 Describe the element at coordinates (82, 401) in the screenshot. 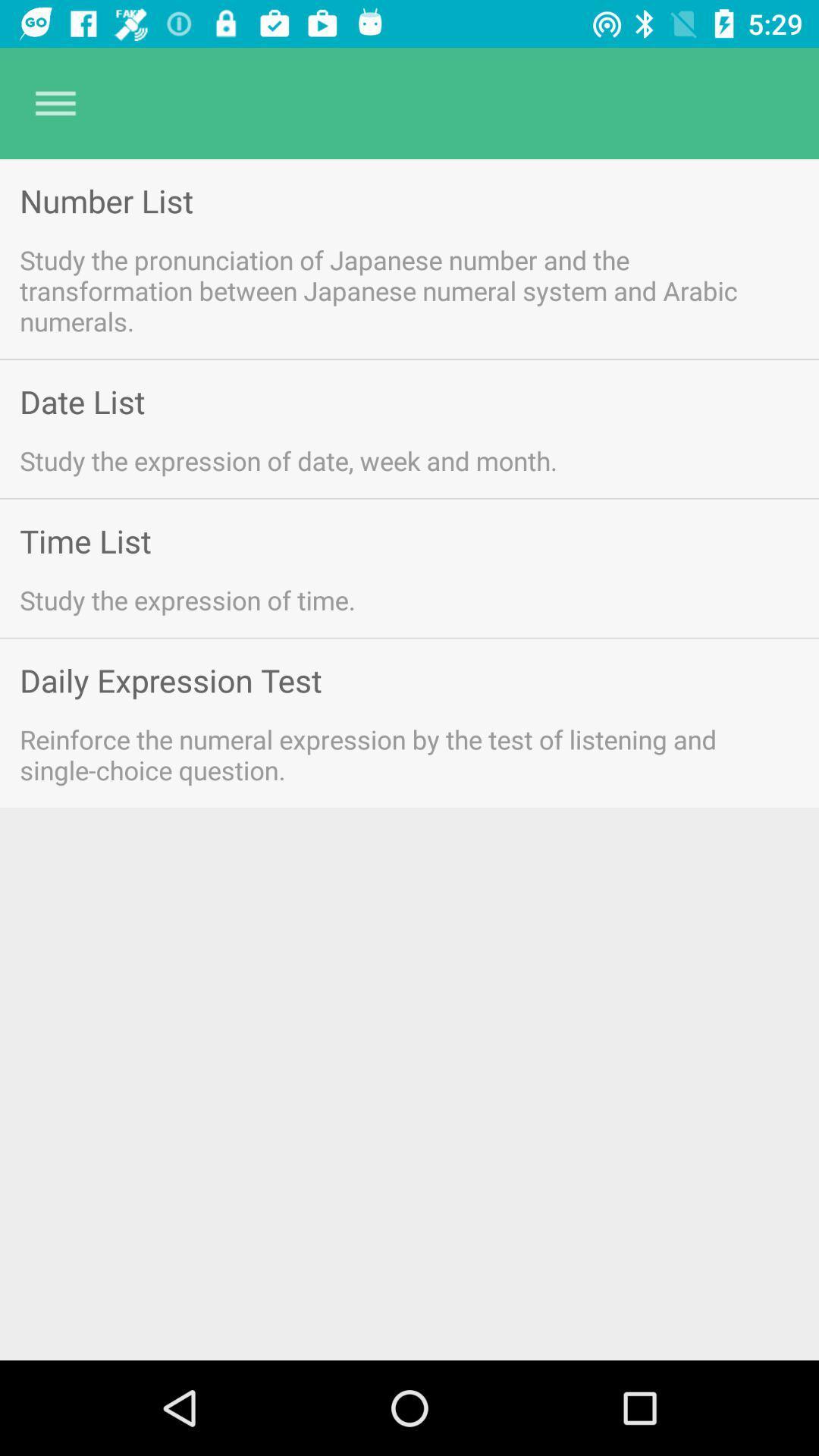

I see `the icon below study the pronunciation app` at that location.